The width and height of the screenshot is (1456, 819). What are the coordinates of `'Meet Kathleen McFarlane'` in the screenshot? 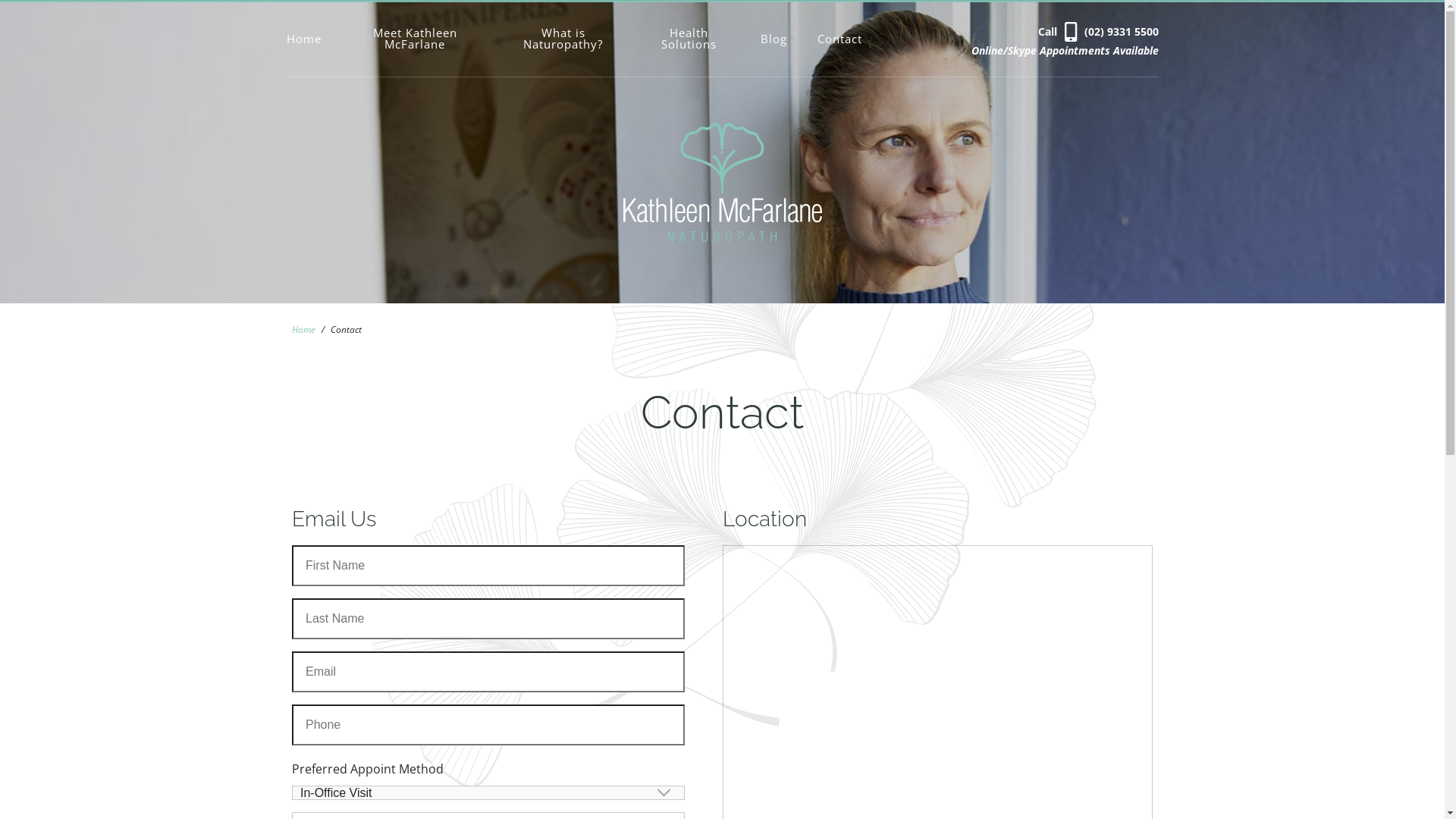 It's located at (415, 37).